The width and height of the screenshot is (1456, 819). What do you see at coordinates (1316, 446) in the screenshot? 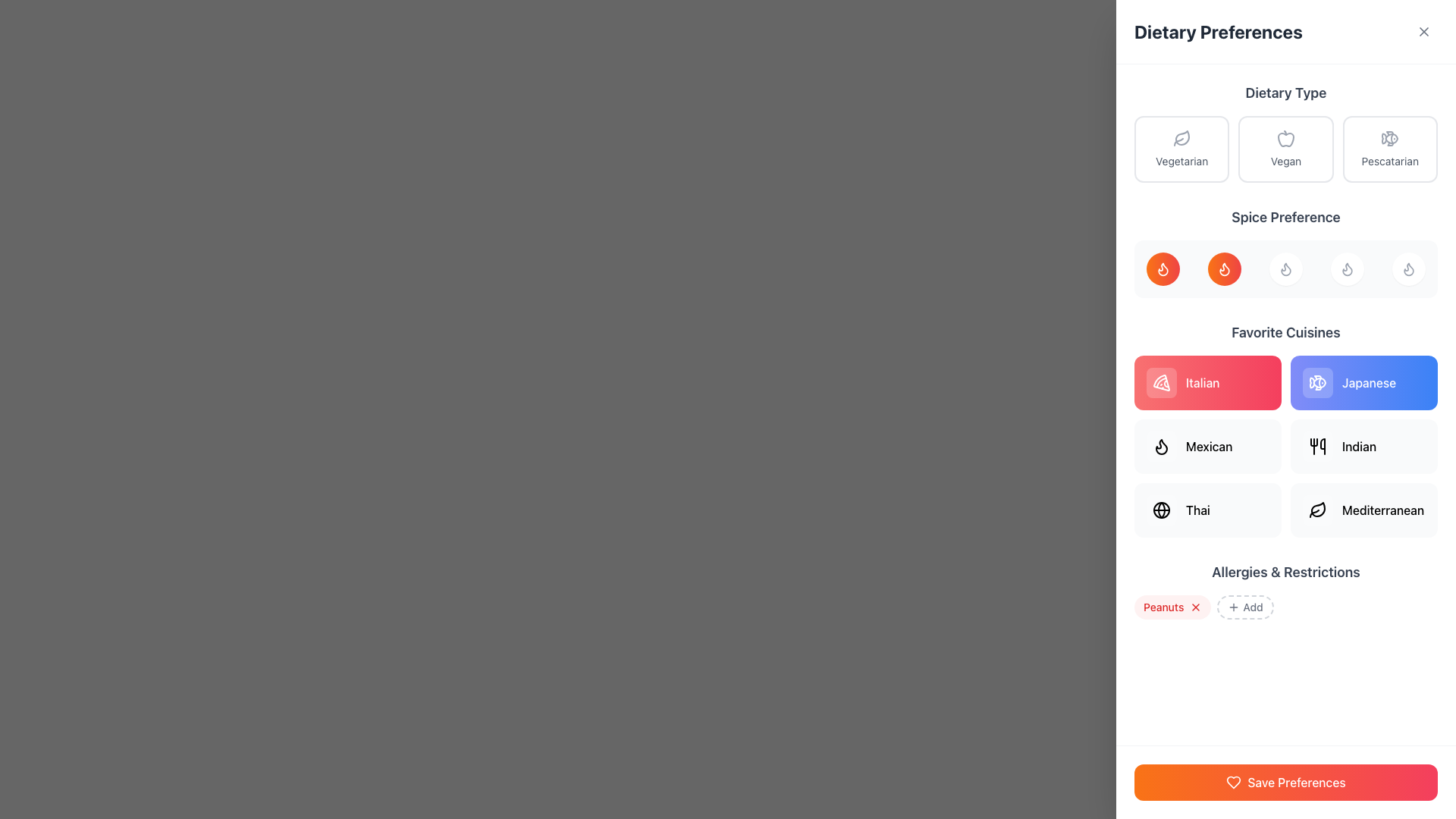
I see `the 'Indian' cuisine icon located in the 'Favorite Cuisines' section, positioned next to 'Thai' and below 'Japanese'` at bounding box center [1316, 446].